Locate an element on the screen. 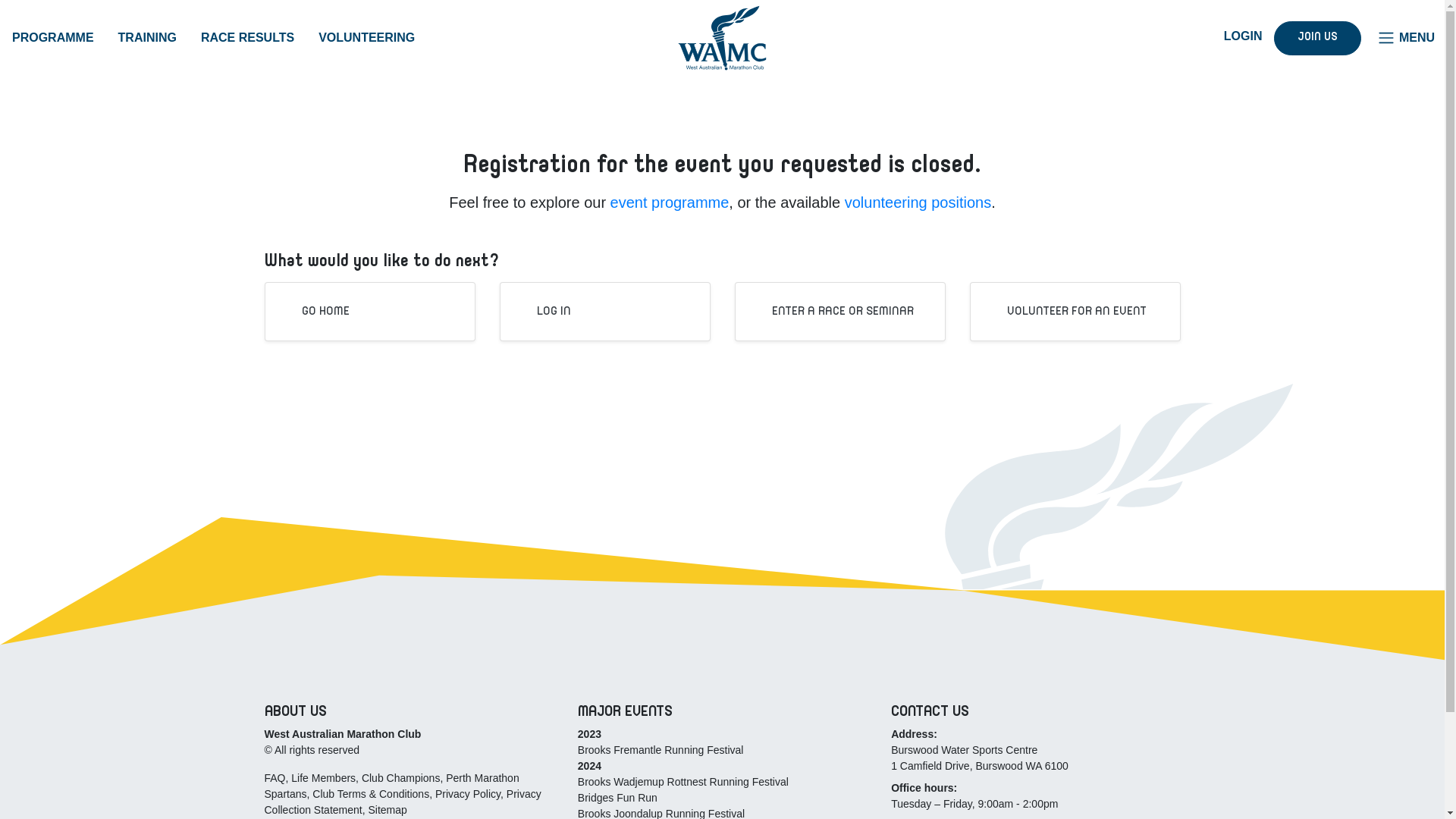  'TRAINING' is located at coordinates (147, 37).